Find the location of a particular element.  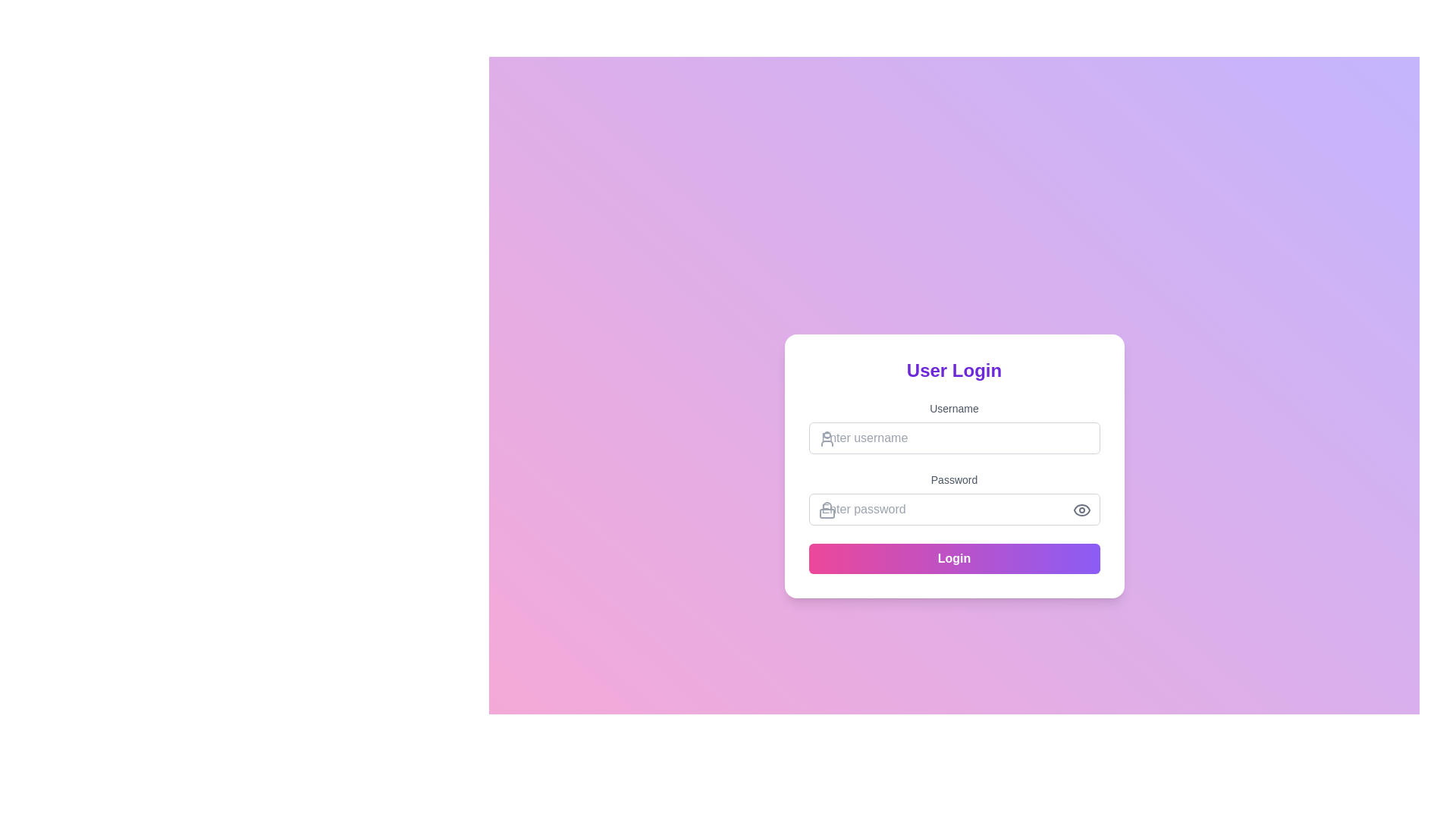

the 'Username' input field to focus on it, which is located within the login form, directly below the 'User Login' title and above the 'Password' input section is located at coordinates (953, 427).